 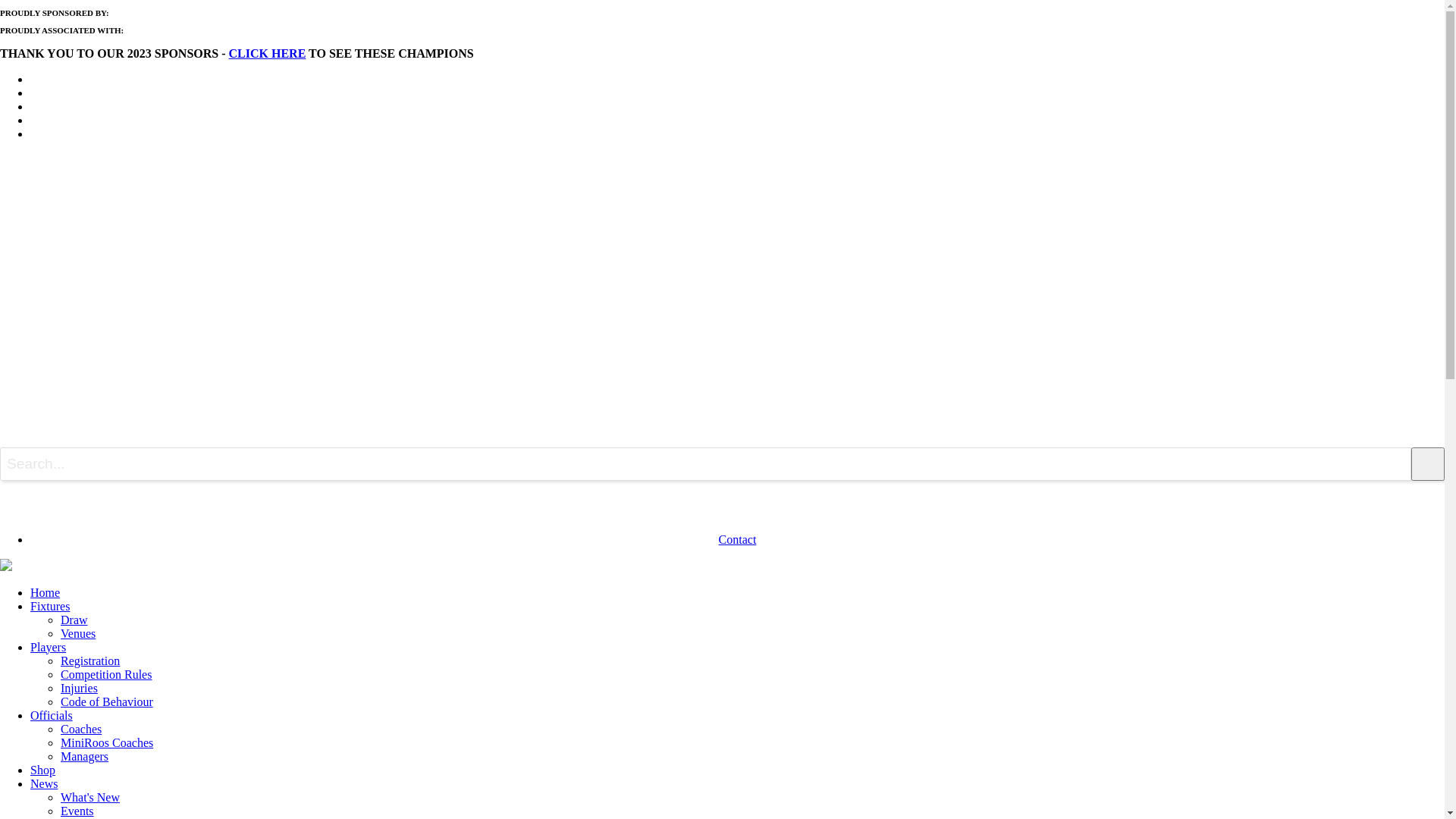 I want to click on 'Home', so click(x=30, y=591).